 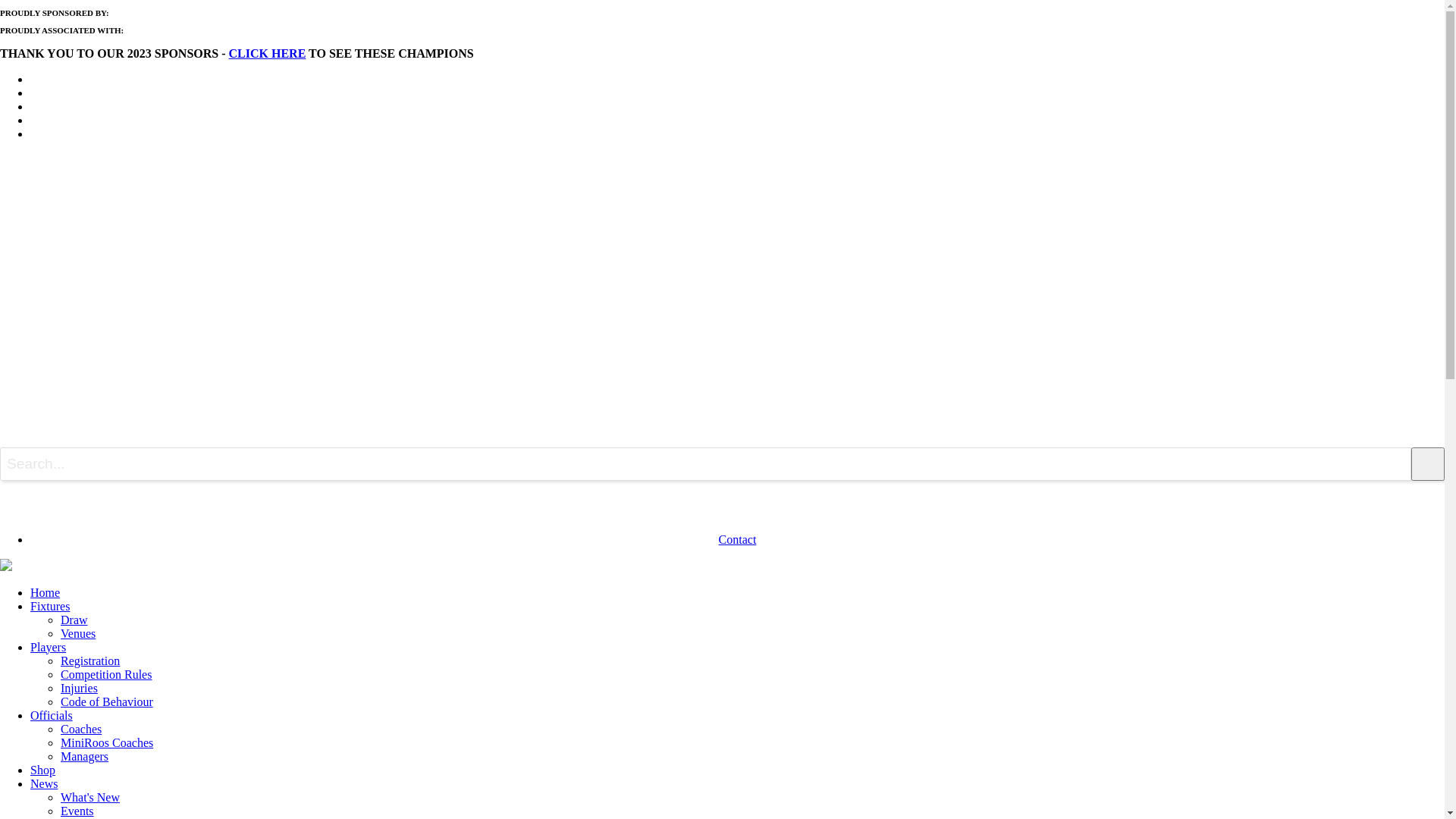 I want to click on 'Home', so click(x=30, y=591).